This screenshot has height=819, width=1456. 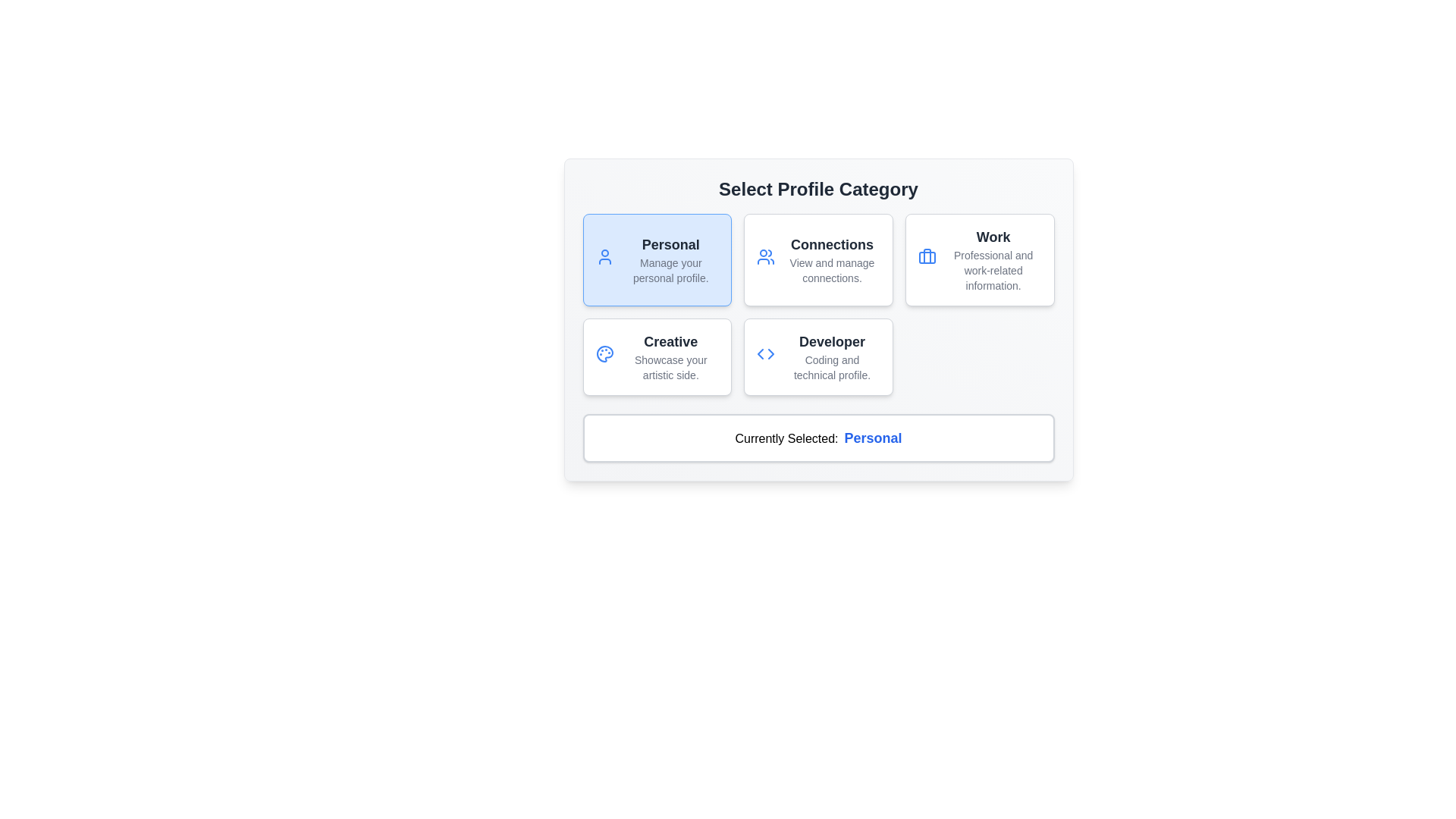 I want to click on the 'Connections' text block, which features a bold, dark gray title and a lighter gray subtitle, so click(x=831, y=259).